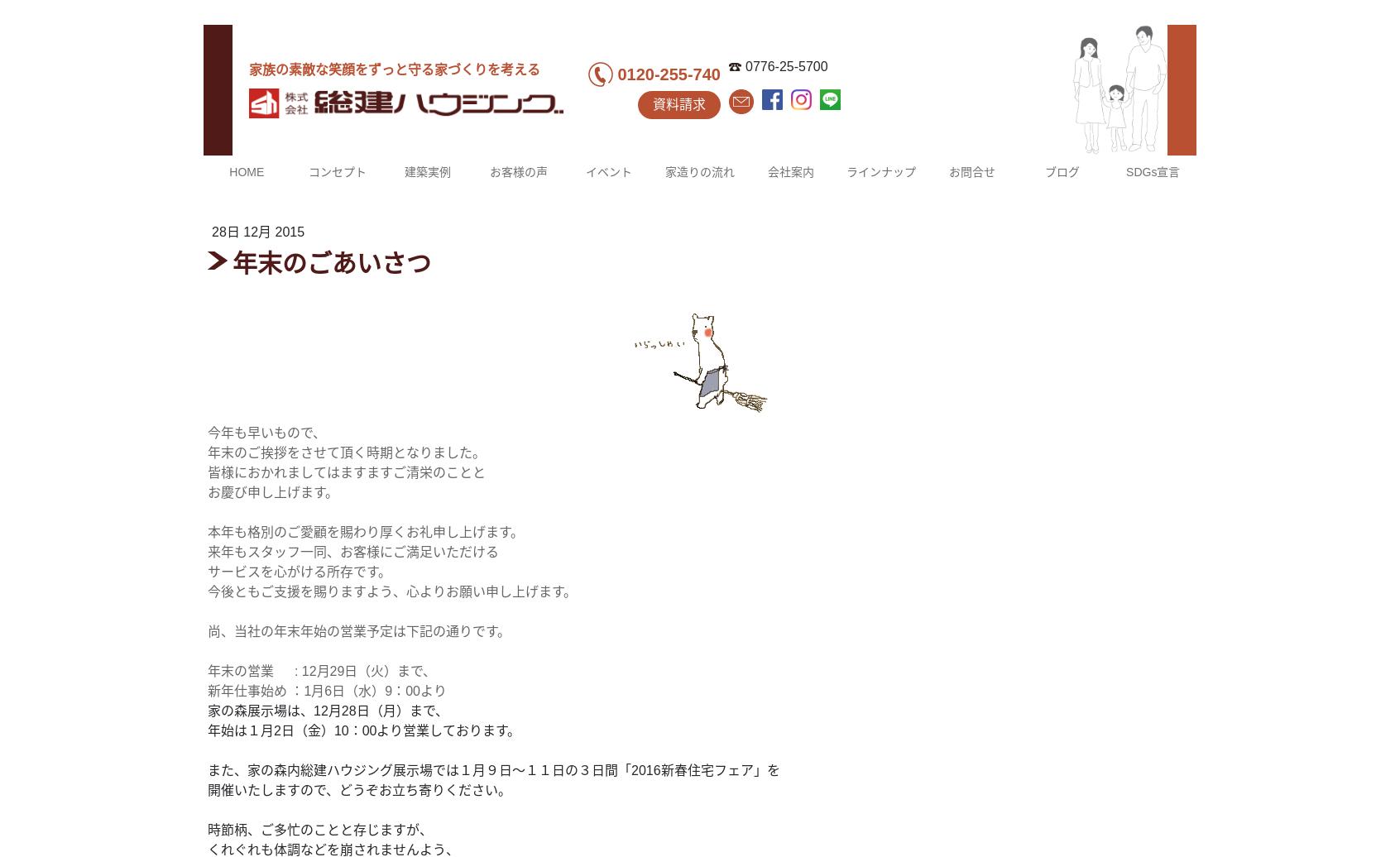 The image size is (1400, 857). Describe the element at coordinates (889, 305) in the screenshot. I see `'2019年6月'` at that location.